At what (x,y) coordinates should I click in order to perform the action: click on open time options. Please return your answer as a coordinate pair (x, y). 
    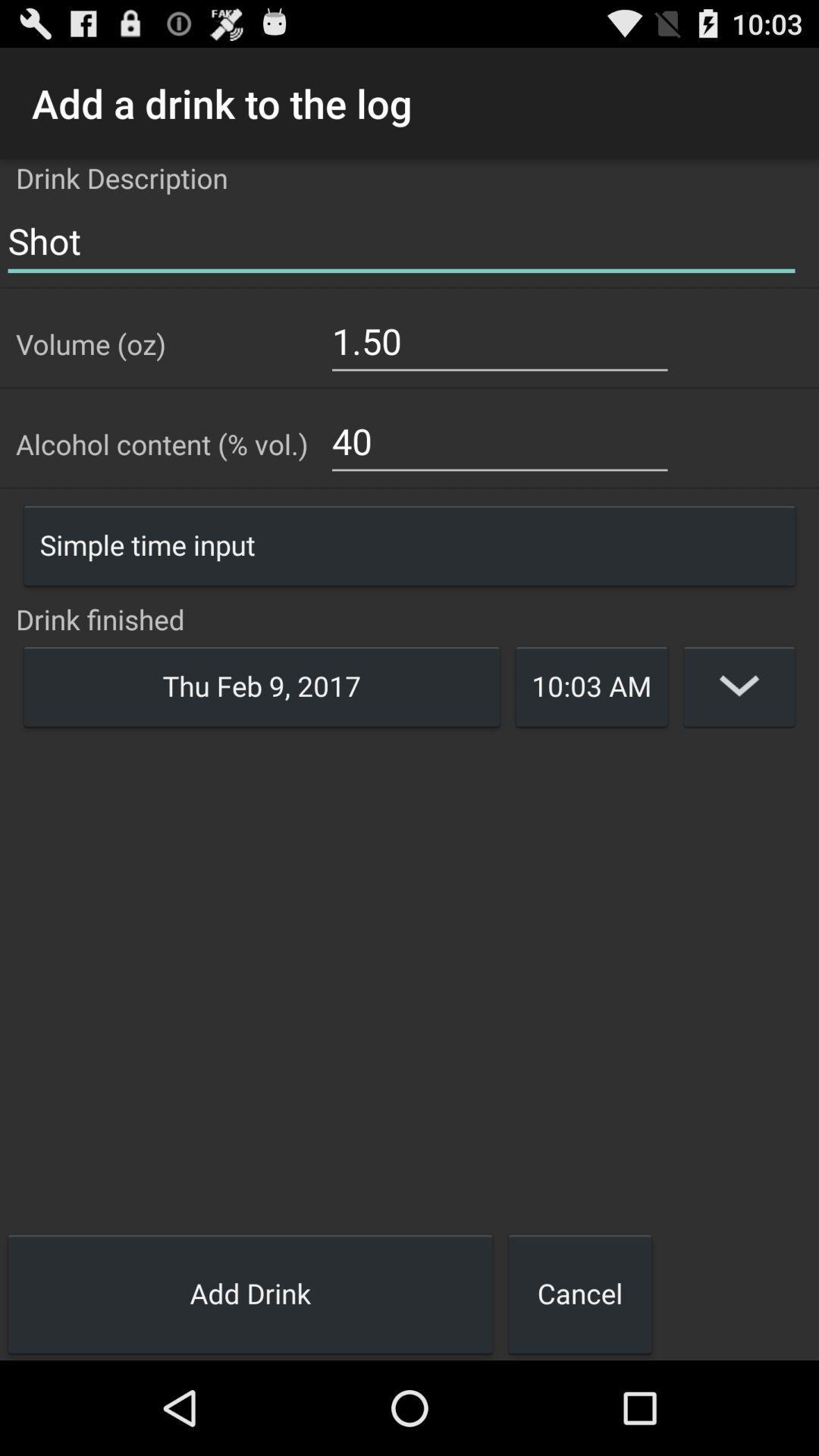
    Looking at the image, I should click on (739, 685).